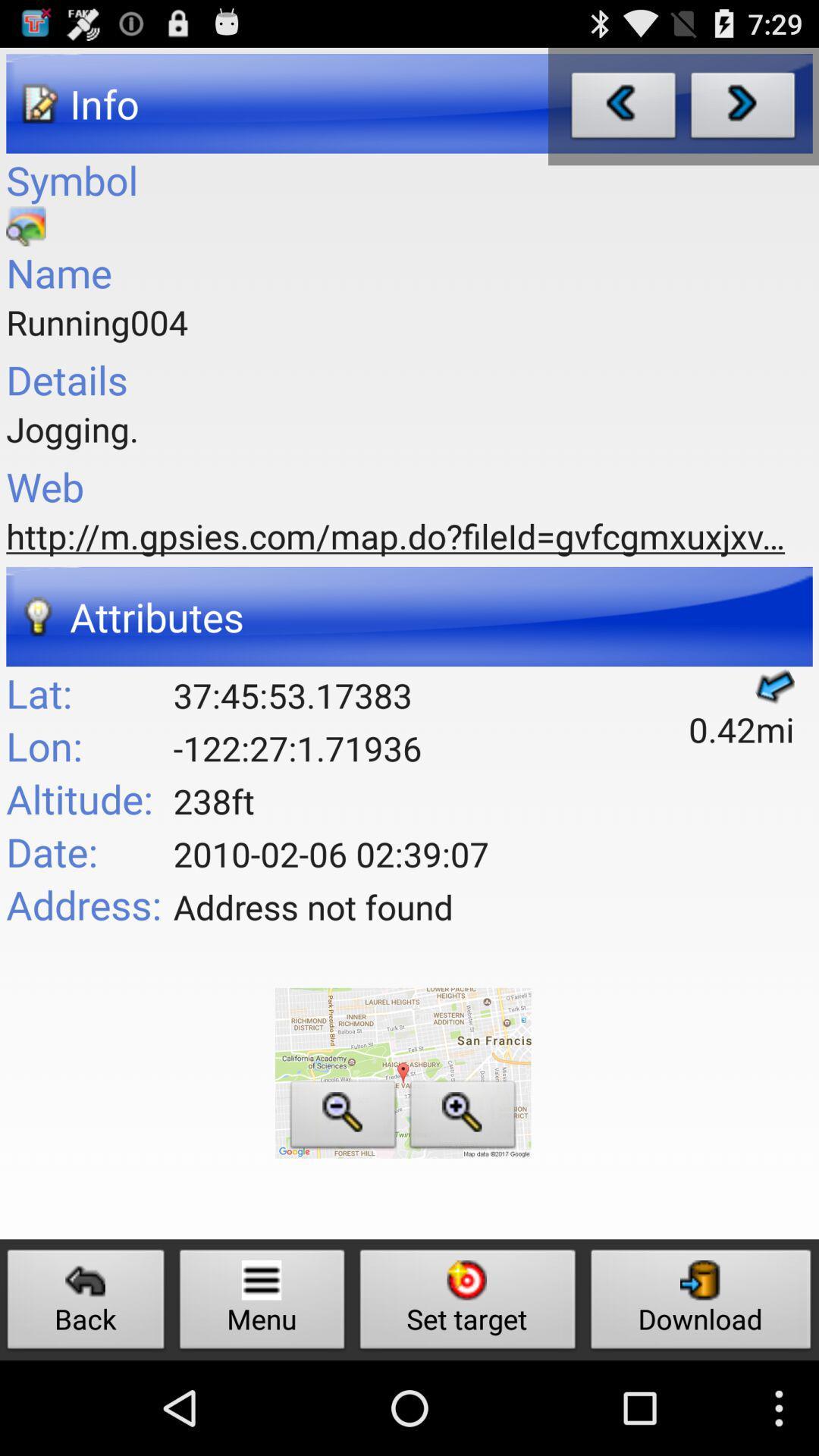  What do you see at coordinates (623, 108) in the screenshot?
I see `go back` at bounding box center [623, 108].